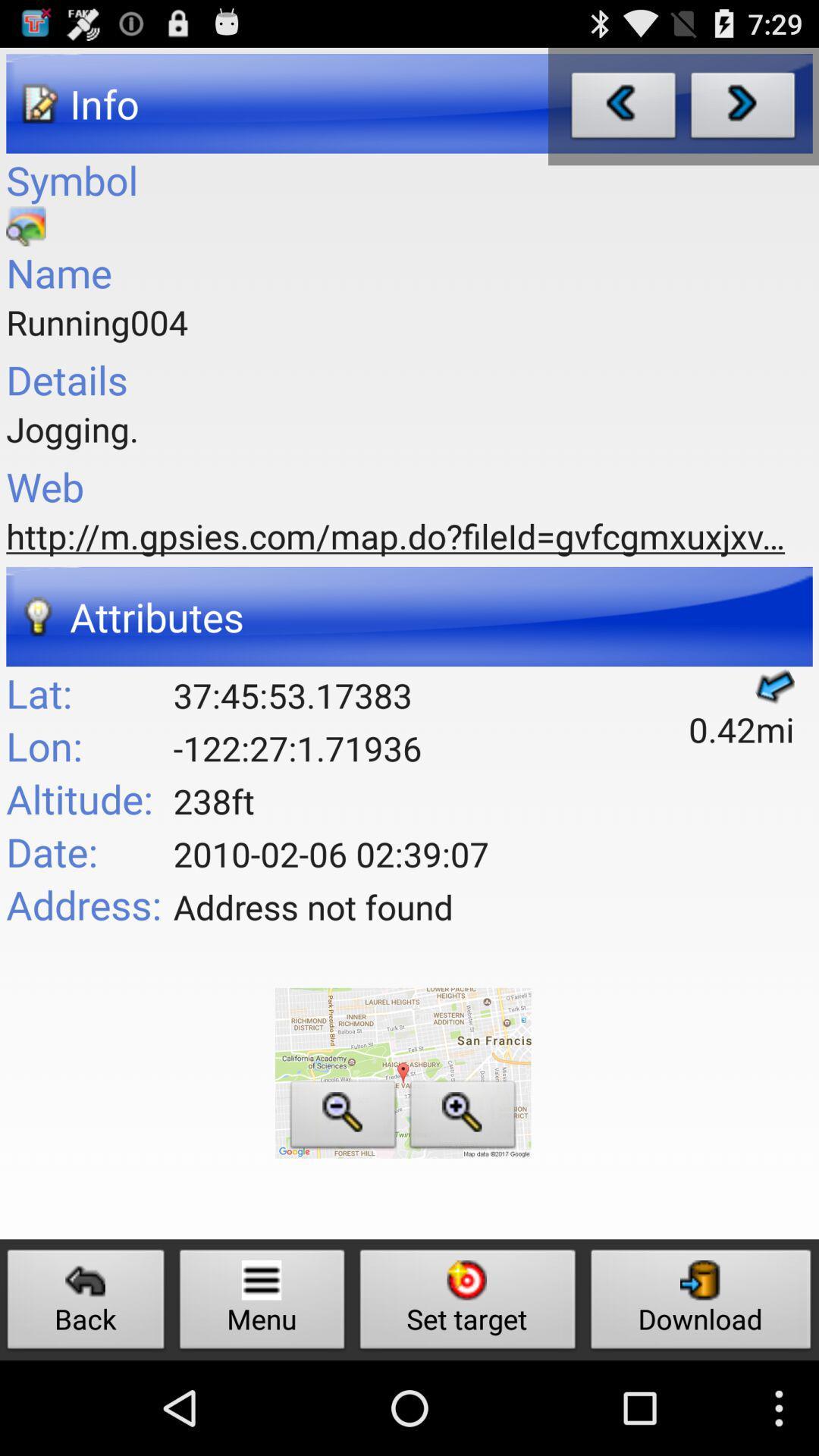  What do you see at coordinates (623, 108) in the screenshot?
I see `go back` at bounding box center [623, 108].